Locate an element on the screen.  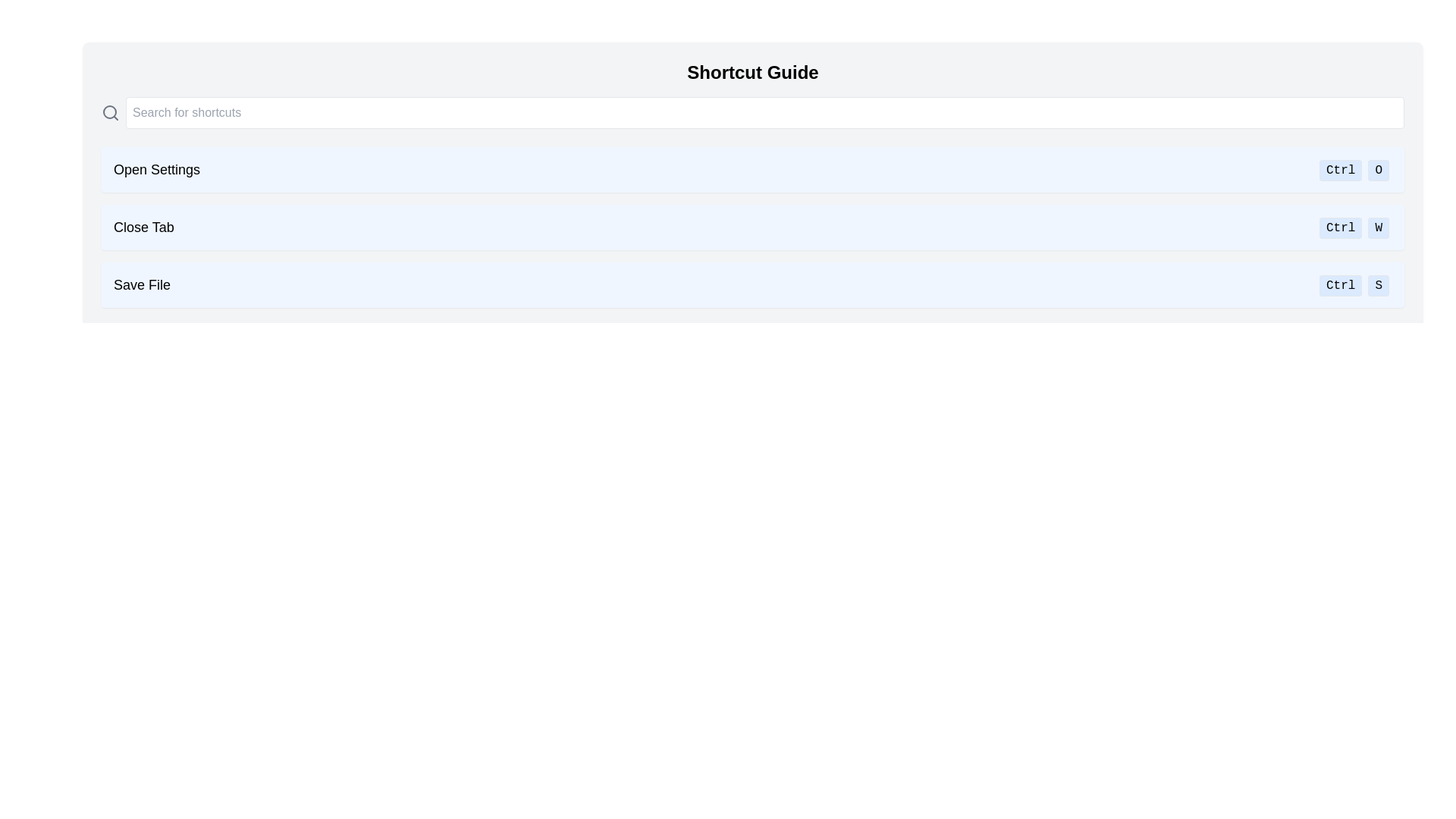
the 'Ctrl' text label, which has a light blue background and a rounded outline, located in the middle shortcut row for key combinations is located at coordinates (1341, 227).